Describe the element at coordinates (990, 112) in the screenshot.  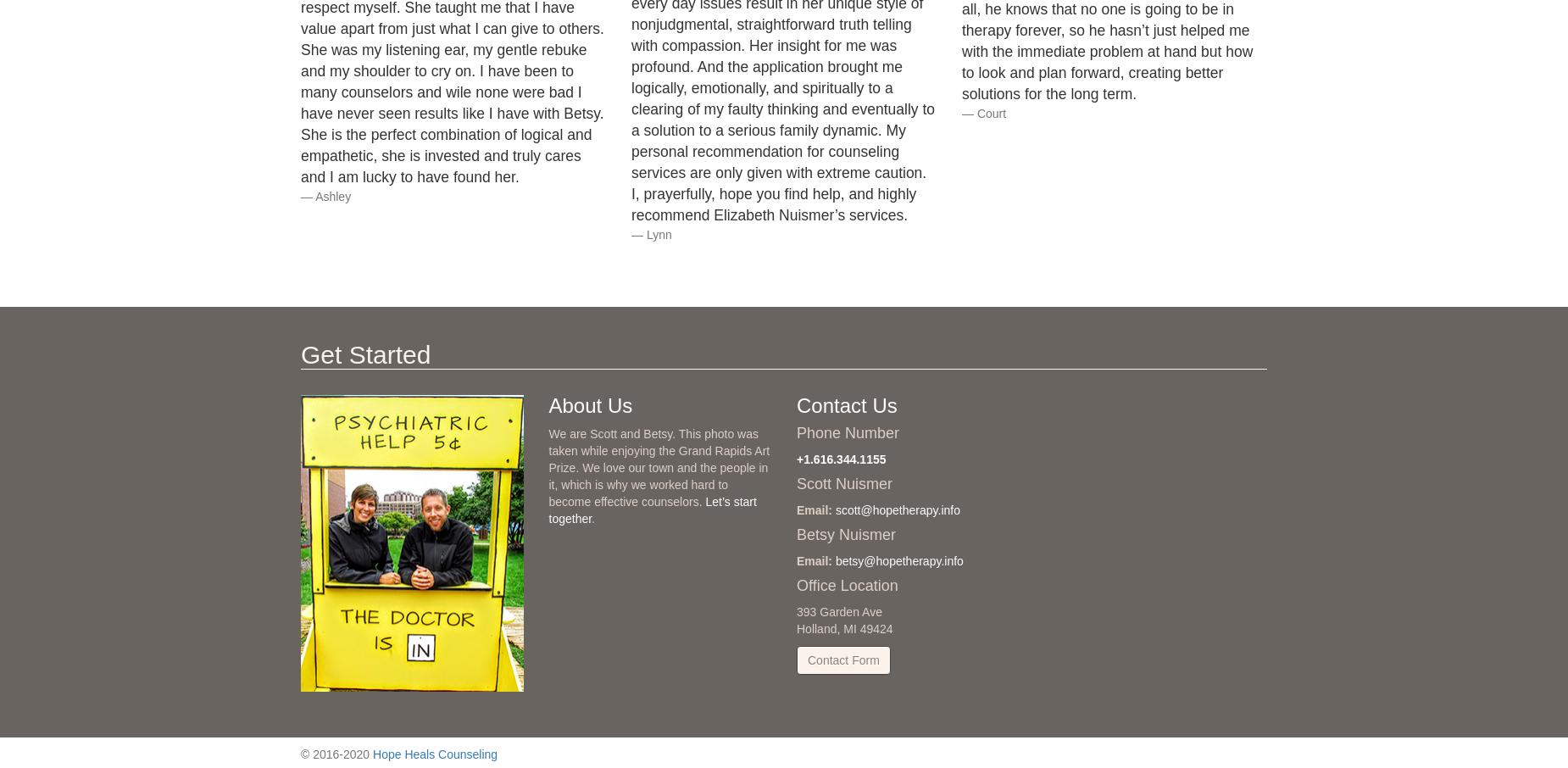
I see `'Court'` at that location.